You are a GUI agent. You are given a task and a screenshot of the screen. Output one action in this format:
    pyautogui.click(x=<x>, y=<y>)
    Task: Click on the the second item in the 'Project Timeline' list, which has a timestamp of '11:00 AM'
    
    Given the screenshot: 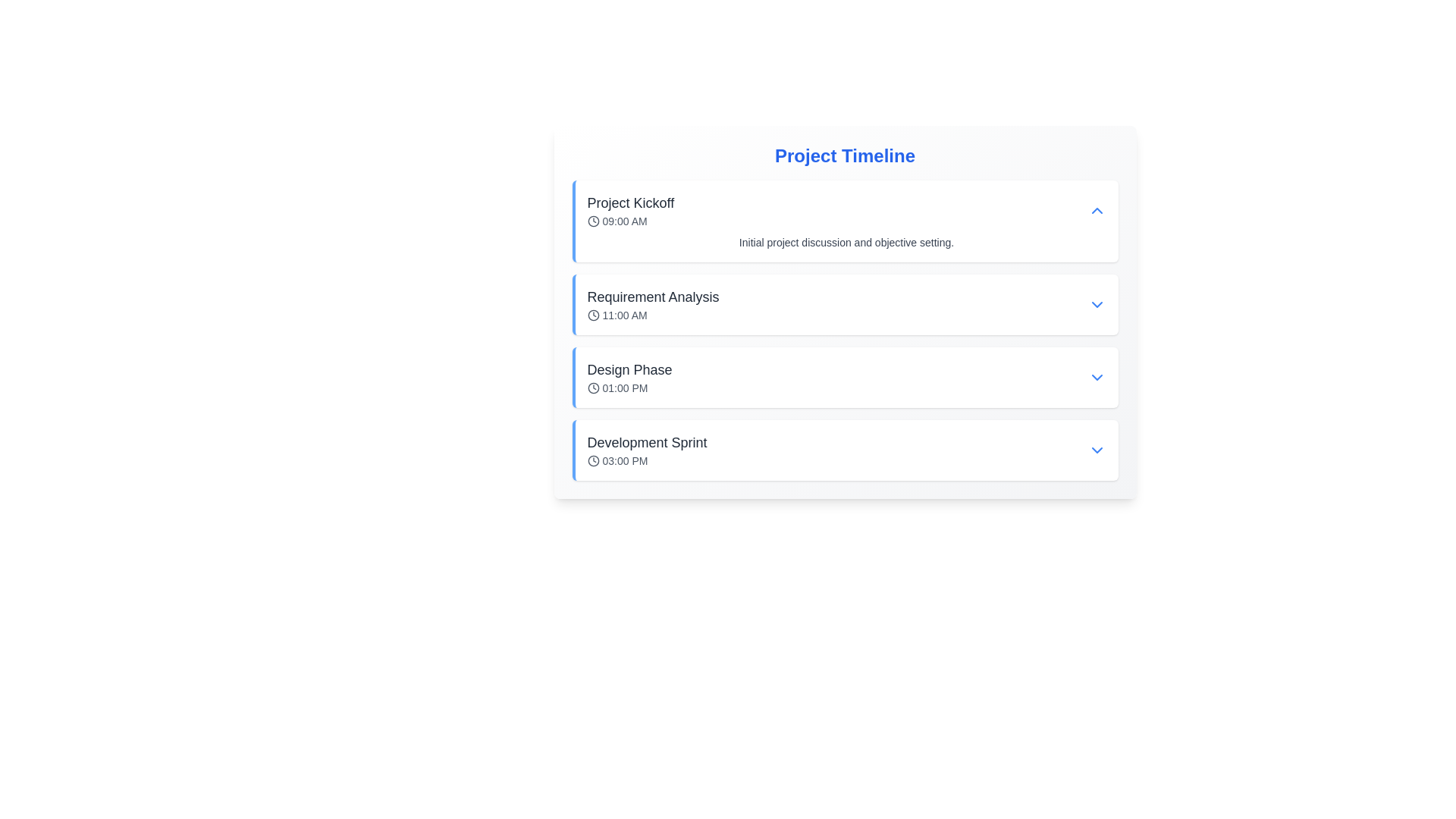 What is the action you would take?
    pyautogui.click(x=844, y=329)
    